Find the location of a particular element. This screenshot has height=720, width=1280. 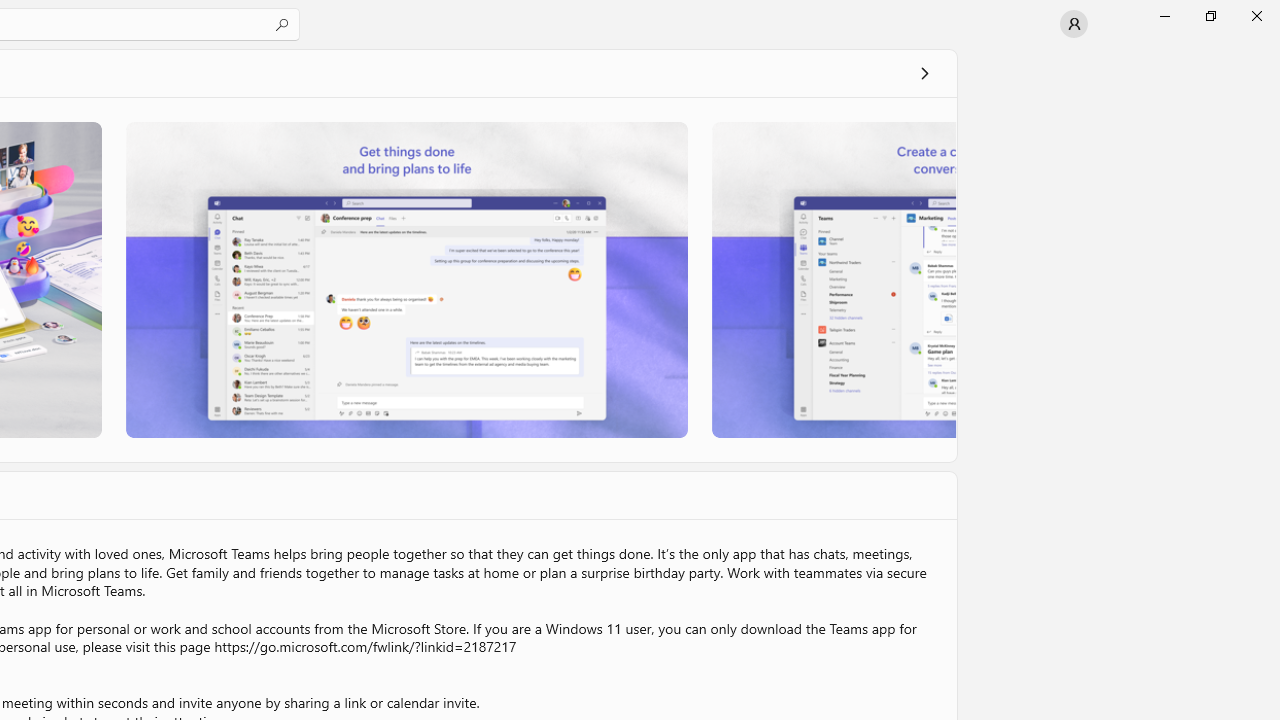

'Screenshot 3' is located at coordinates (833, 279).